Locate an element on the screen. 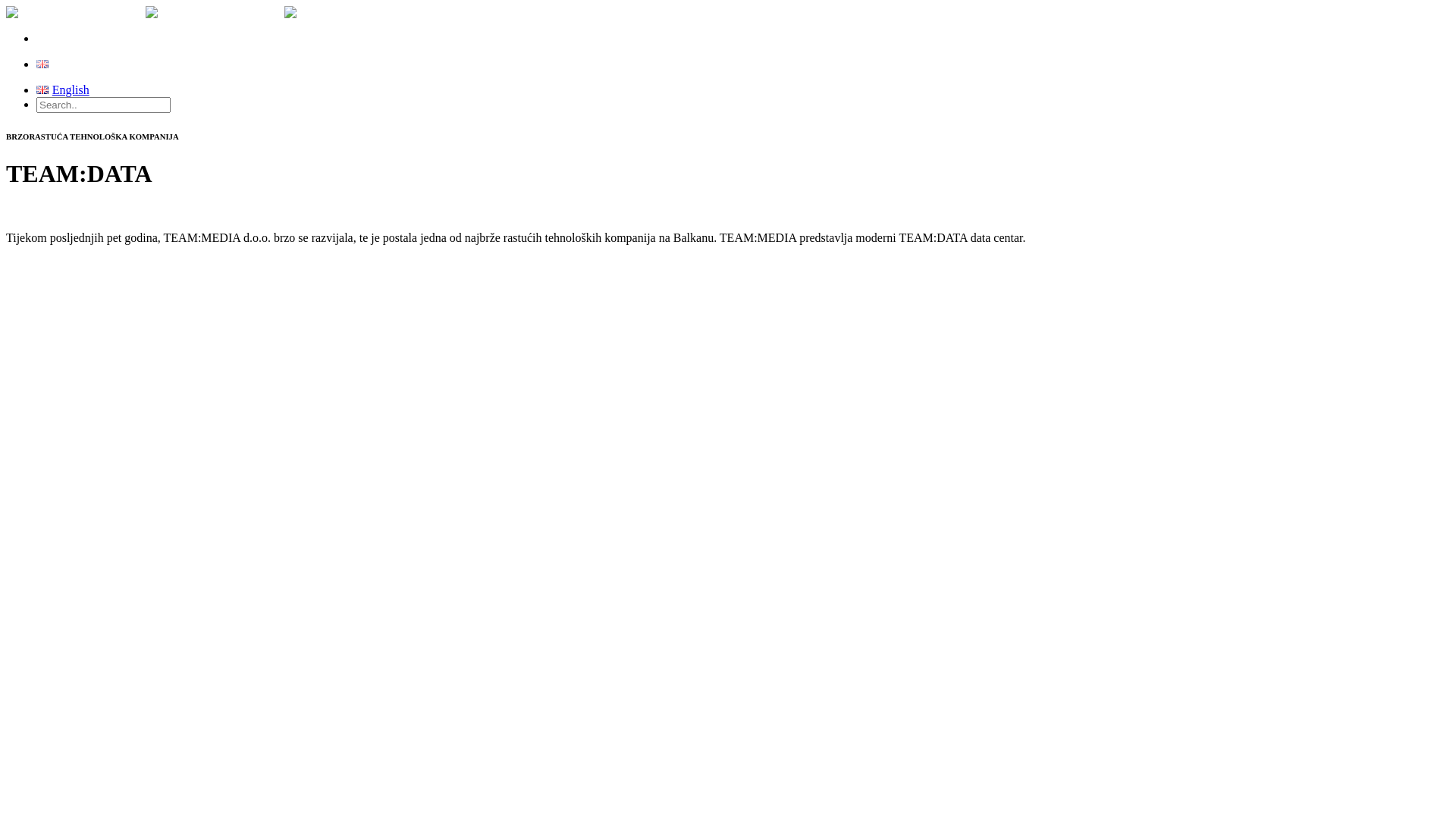 The height and width of the screenshot is (819, 1456). 'English' is located at coordinates (61, 63).